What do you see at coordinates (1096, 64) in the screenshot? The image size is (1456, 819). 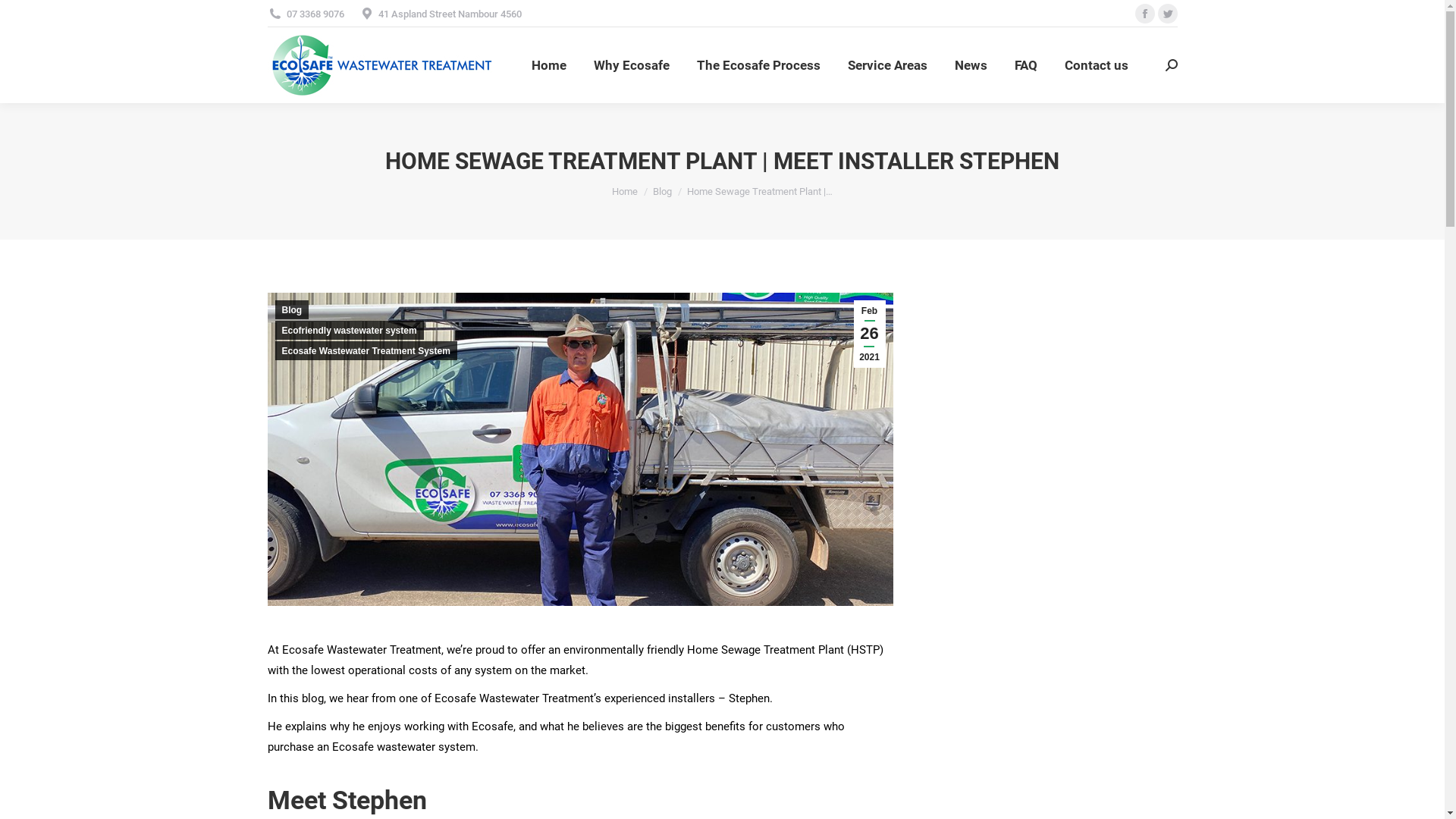 I see `'Contact us'` at bounding box center [1096, 64].